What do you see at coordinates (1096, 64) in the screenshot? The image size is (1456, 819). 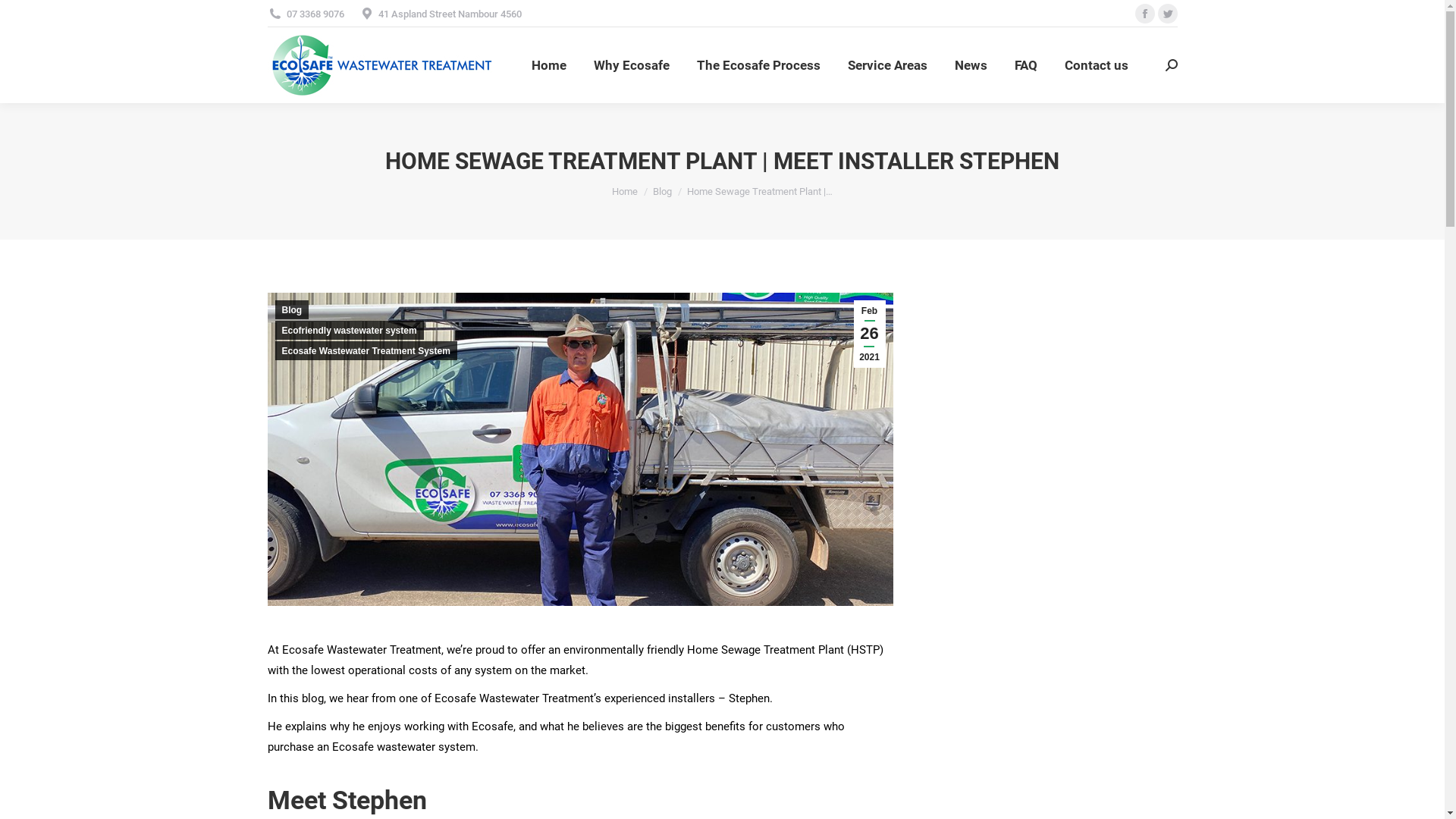 I see `'Contact us'` at bounding box center [1096, 64].